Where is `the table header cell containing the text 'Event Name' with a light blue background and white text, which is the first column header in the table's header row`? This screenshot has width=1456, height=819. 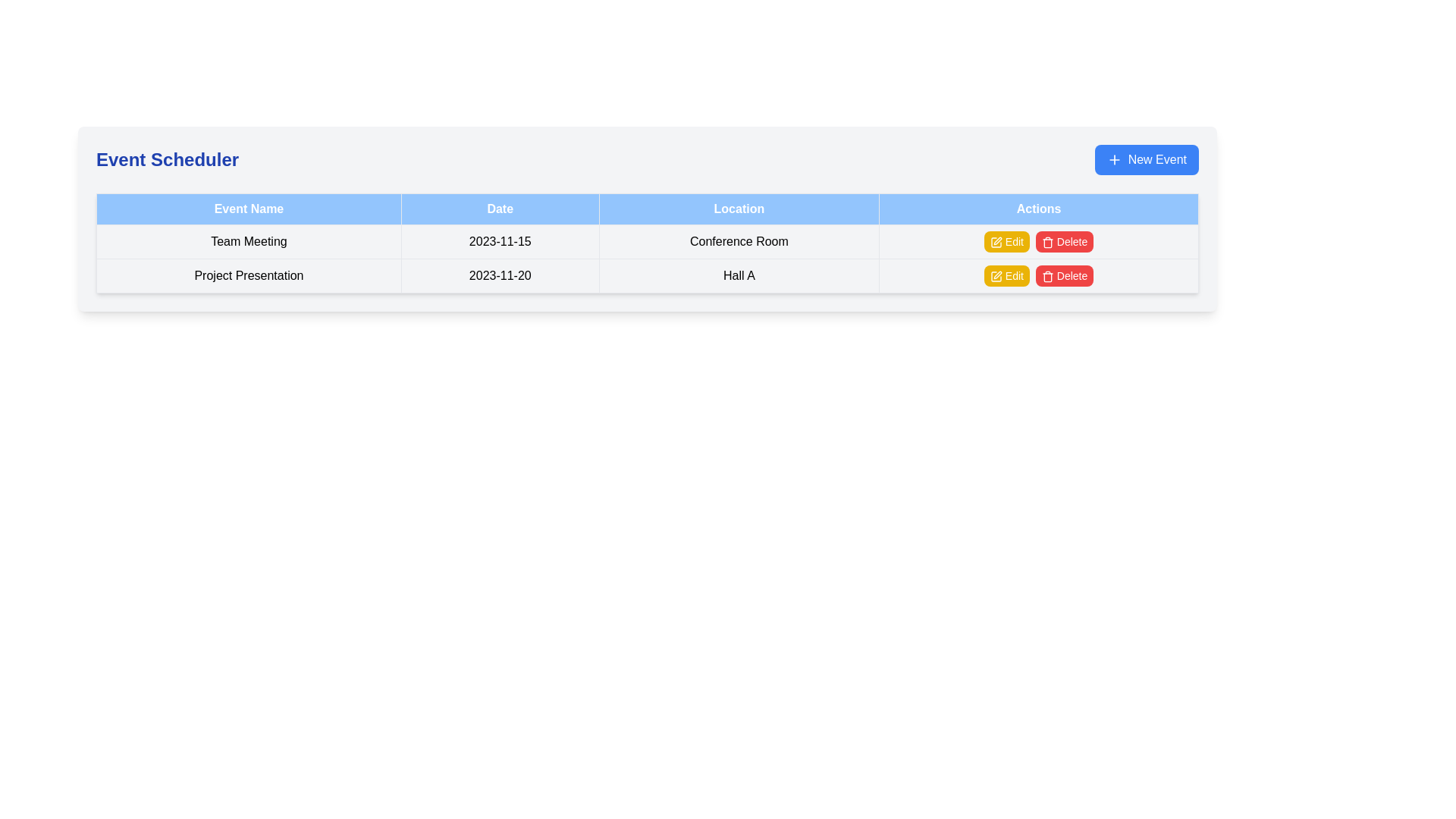 the table header cell containing the text 'Event Name' with a light blue background and white text, which is the first column header in the table's header row is located at coordinates (249, 209).